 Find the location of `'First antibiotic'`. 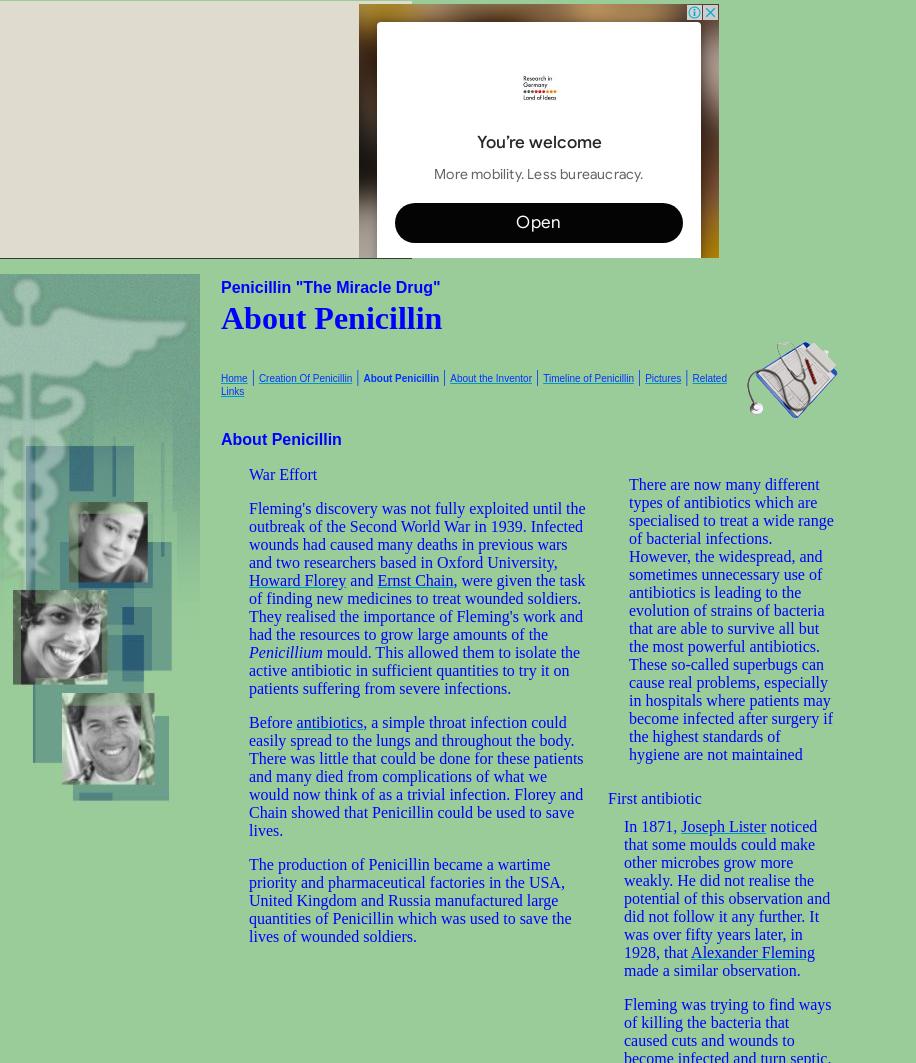

'First antibiotic' is located at coordinates (653, 797).